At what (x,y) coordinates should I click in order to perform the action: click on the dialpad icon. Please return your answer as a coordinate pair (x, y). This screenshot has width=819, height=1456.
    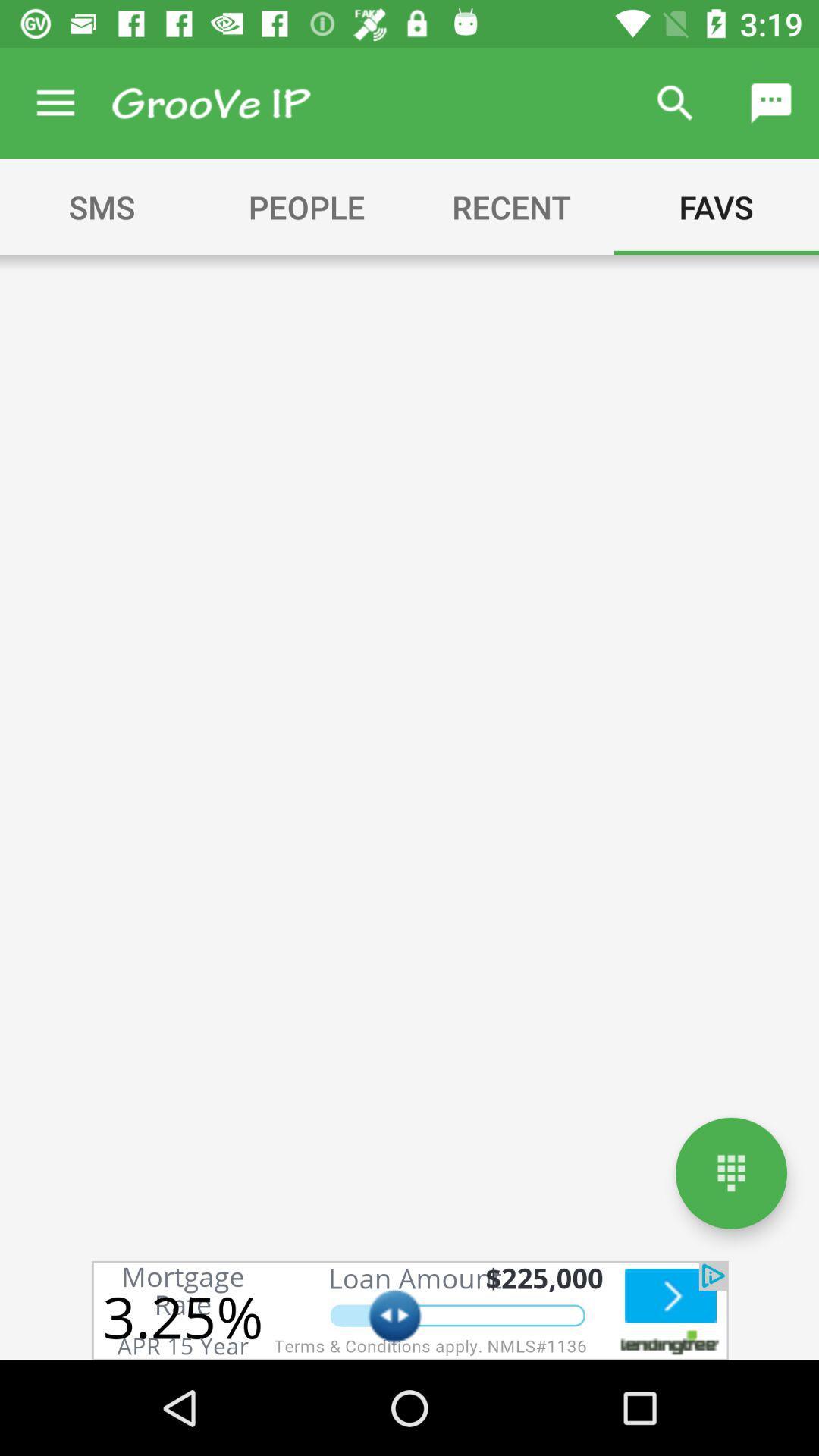
    Looking at the image, I should click on (730, 1172).